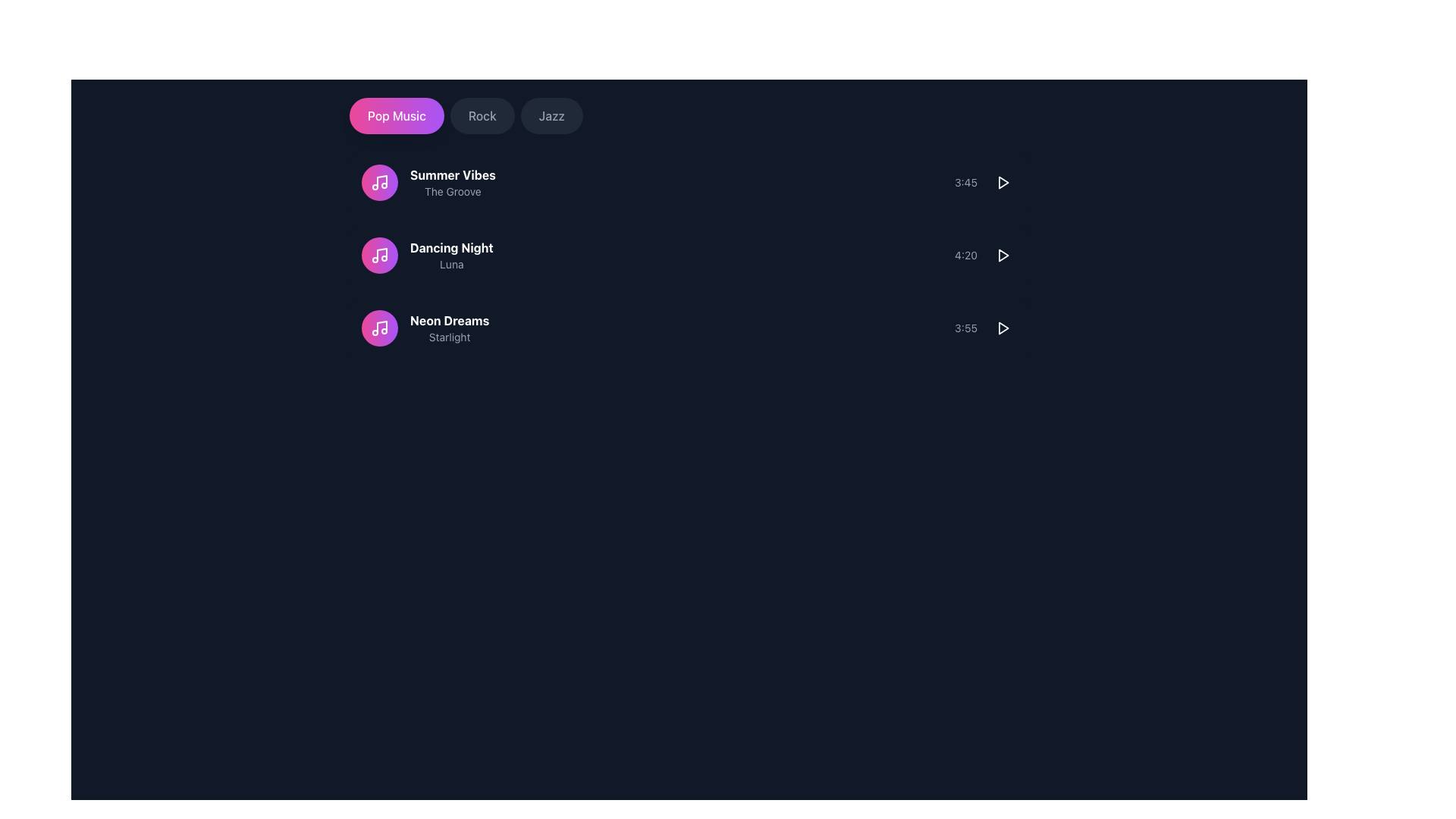 Image resolution: width=1456 pixels, height=819 pixels. Describe the element at coordinates (1003, 327) in the screenshot. I see `the play button, which is a right-pointing triangle symbol, located in the row for 'Neon Dreams' and positioned to the right of the duration text '3:55'. This is the third play button in the list` at that location.